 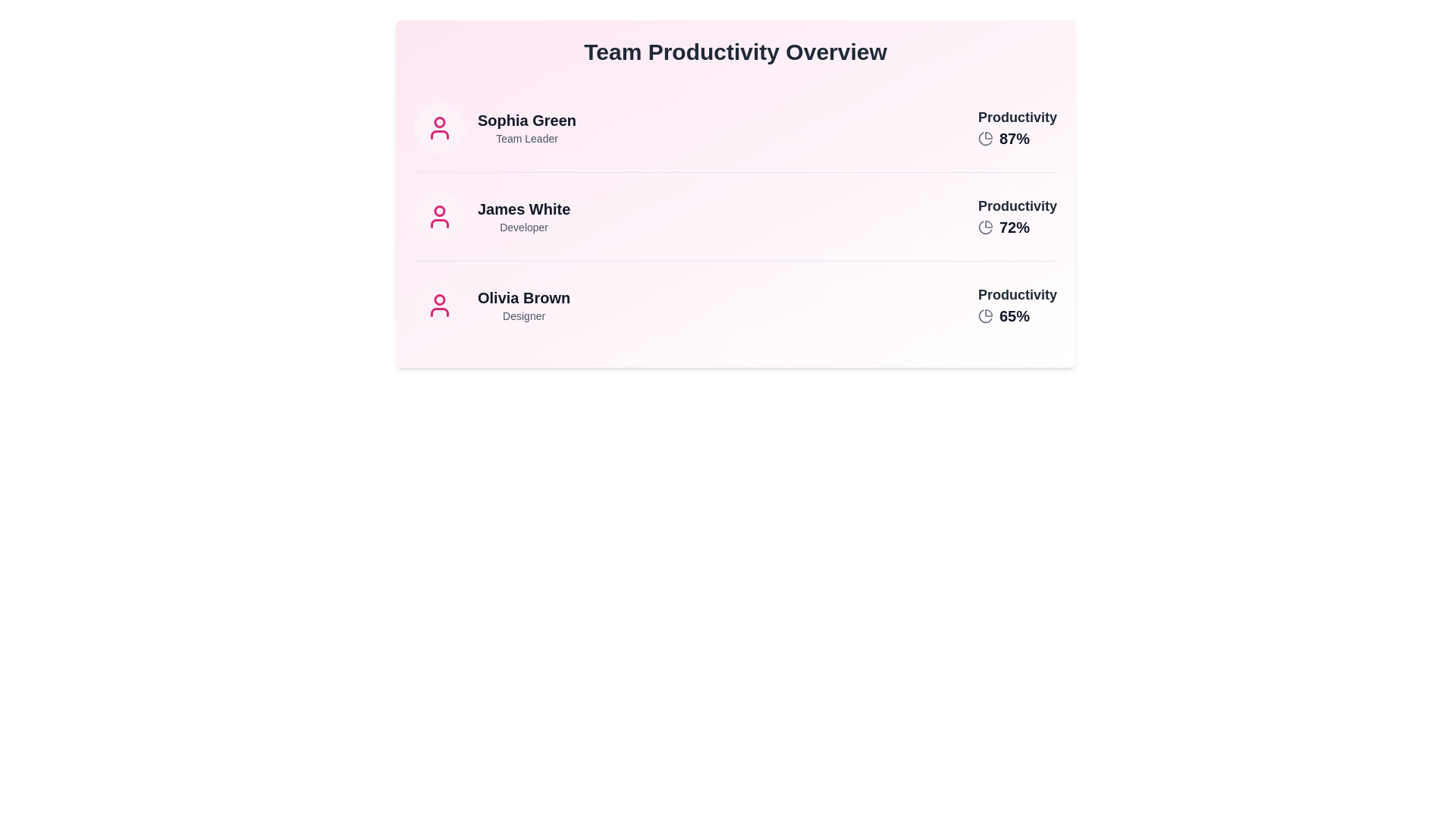 What do you see at coordinates (986, 315) in the screenshot?
I see `the pie chart icon representing the '65%' value under the 'Productivity' heading in the 'Team Productivity Overview' table for 'Olivia Brown'` at bounding box center [986, 315].